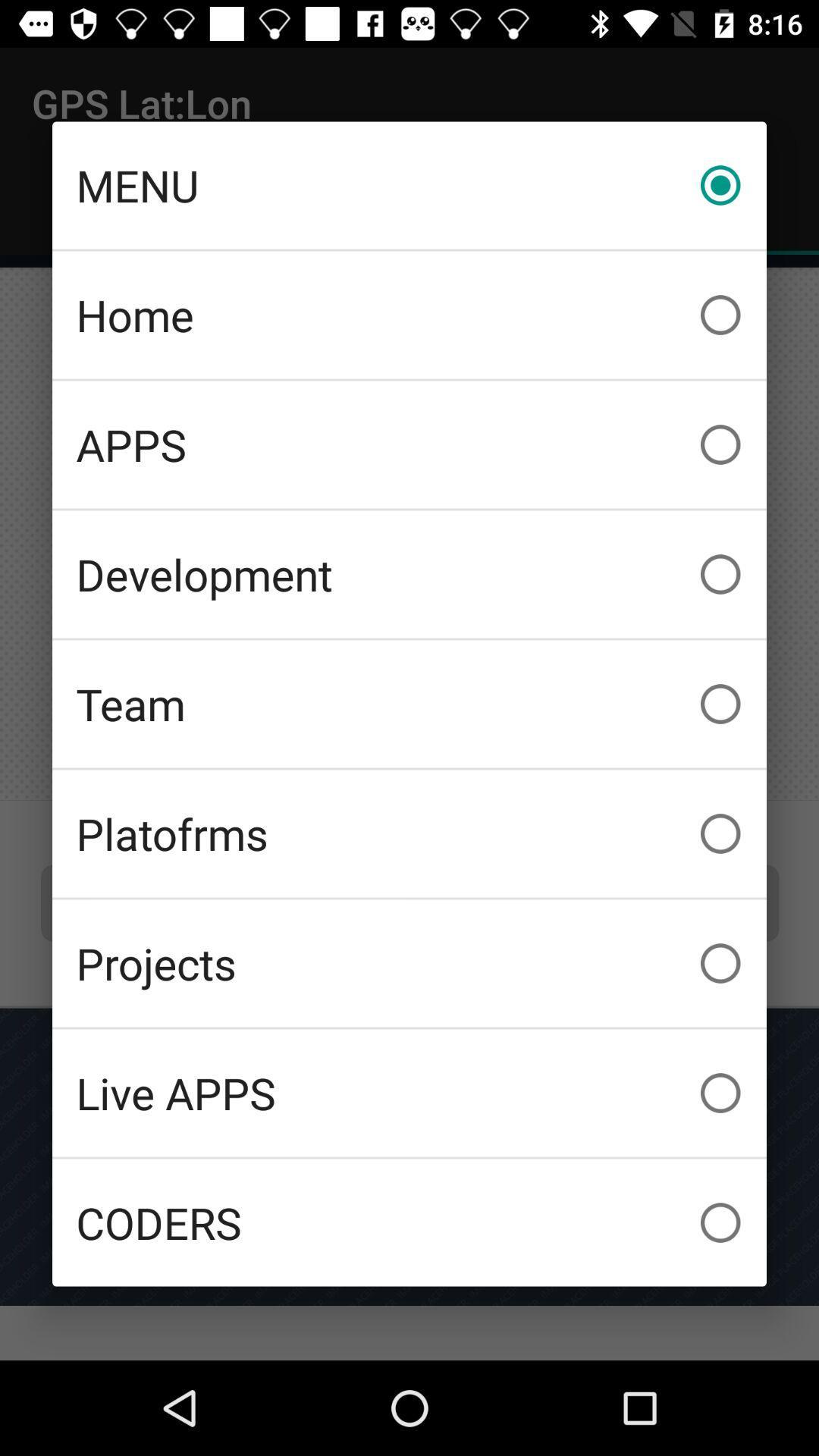 The height and width of the screenshot is (1456, 819). I want to click on development item, so click(409, 573).